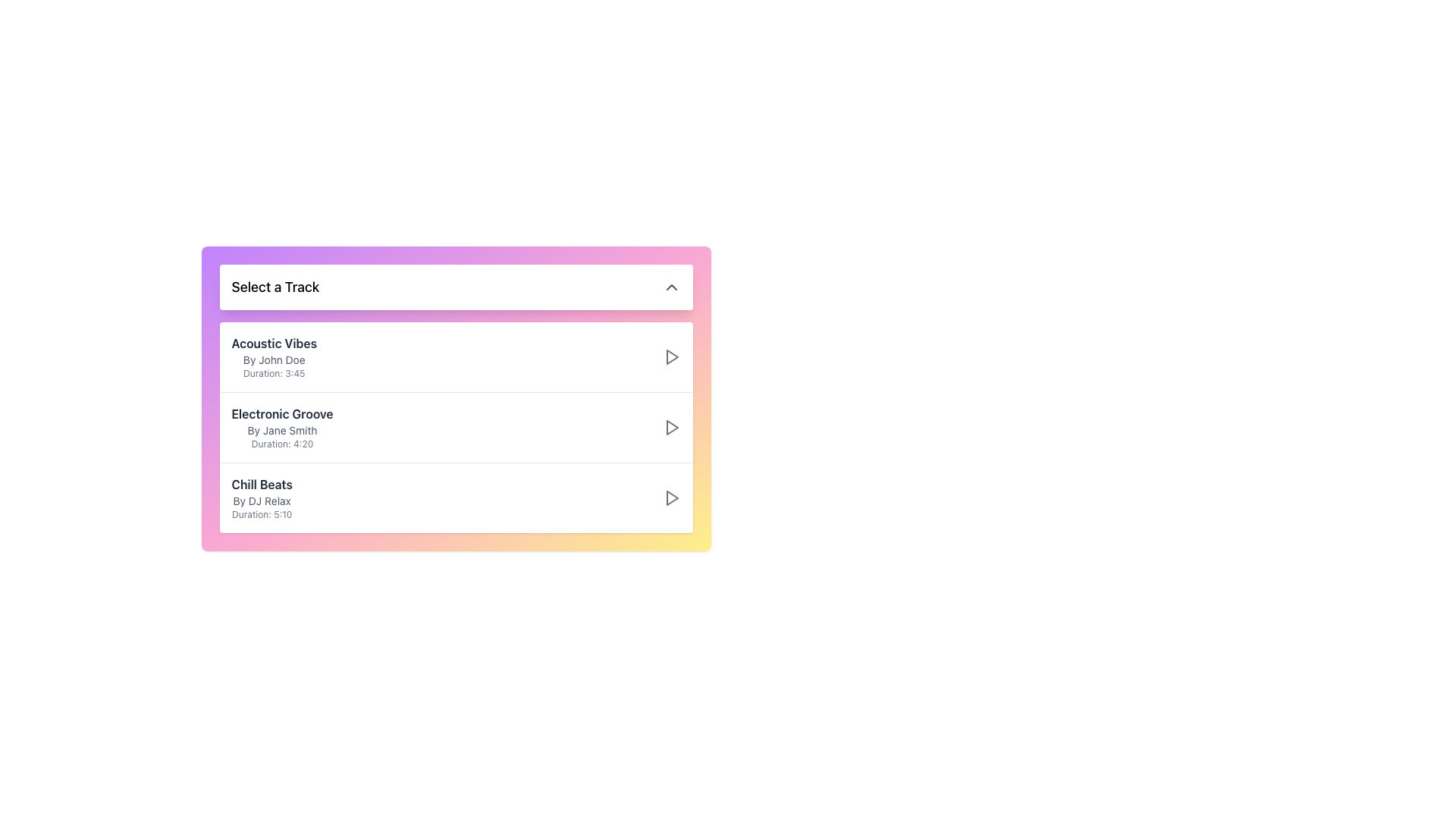 This screenshot has width=1456, height=819. Describe the element at coordinates (671, 497) in the screenshot. I see `the playback/navigation icon located to the right of the 'Chill Beats' text in the third row of the vertical list` at that location.